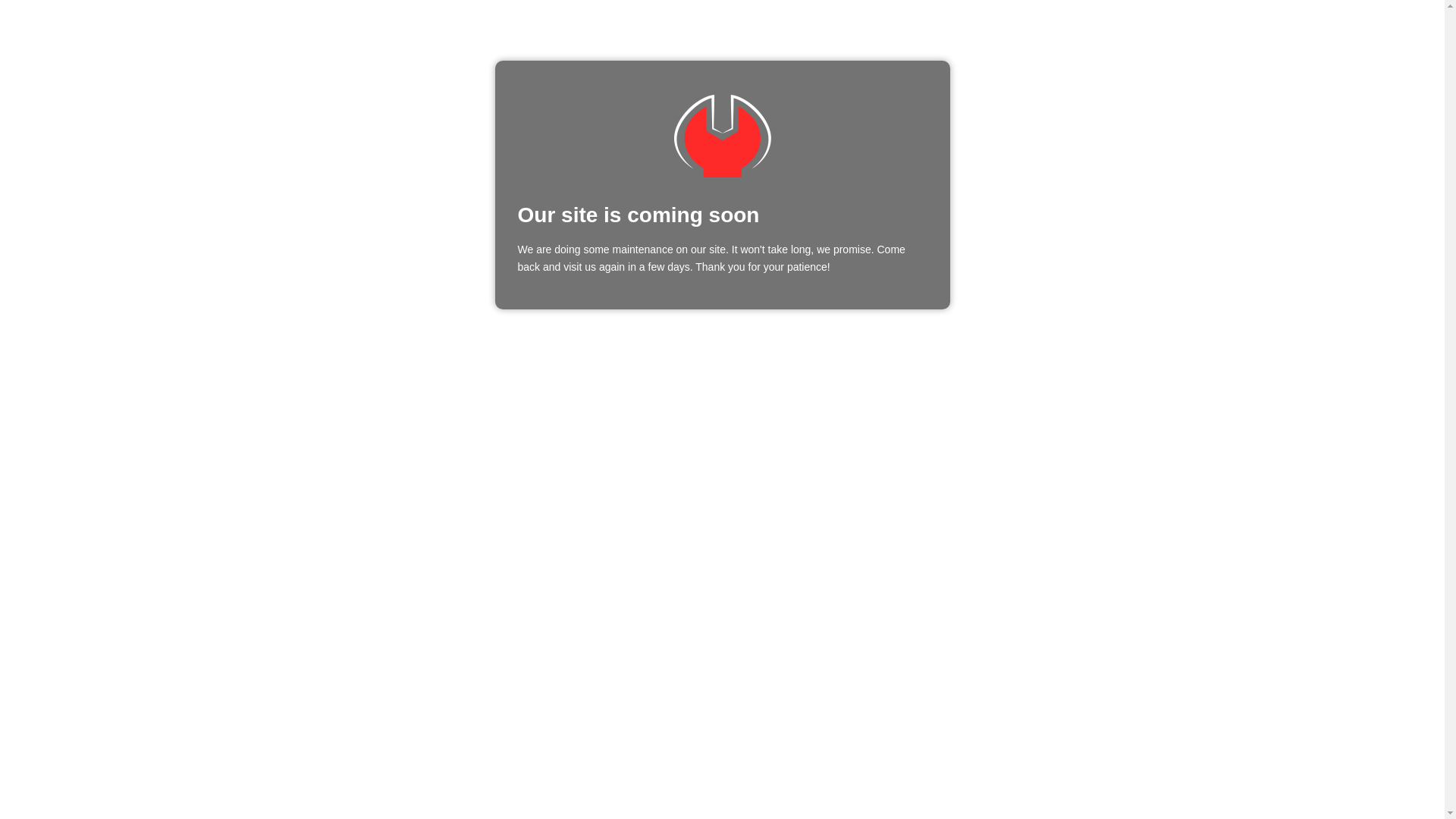 This screenshot has width=1456, height=819. What do you see at coordinates (720, 135) in the screenshot?
I see `'Design for Wellbeing'` at bounding box center [720, 135].